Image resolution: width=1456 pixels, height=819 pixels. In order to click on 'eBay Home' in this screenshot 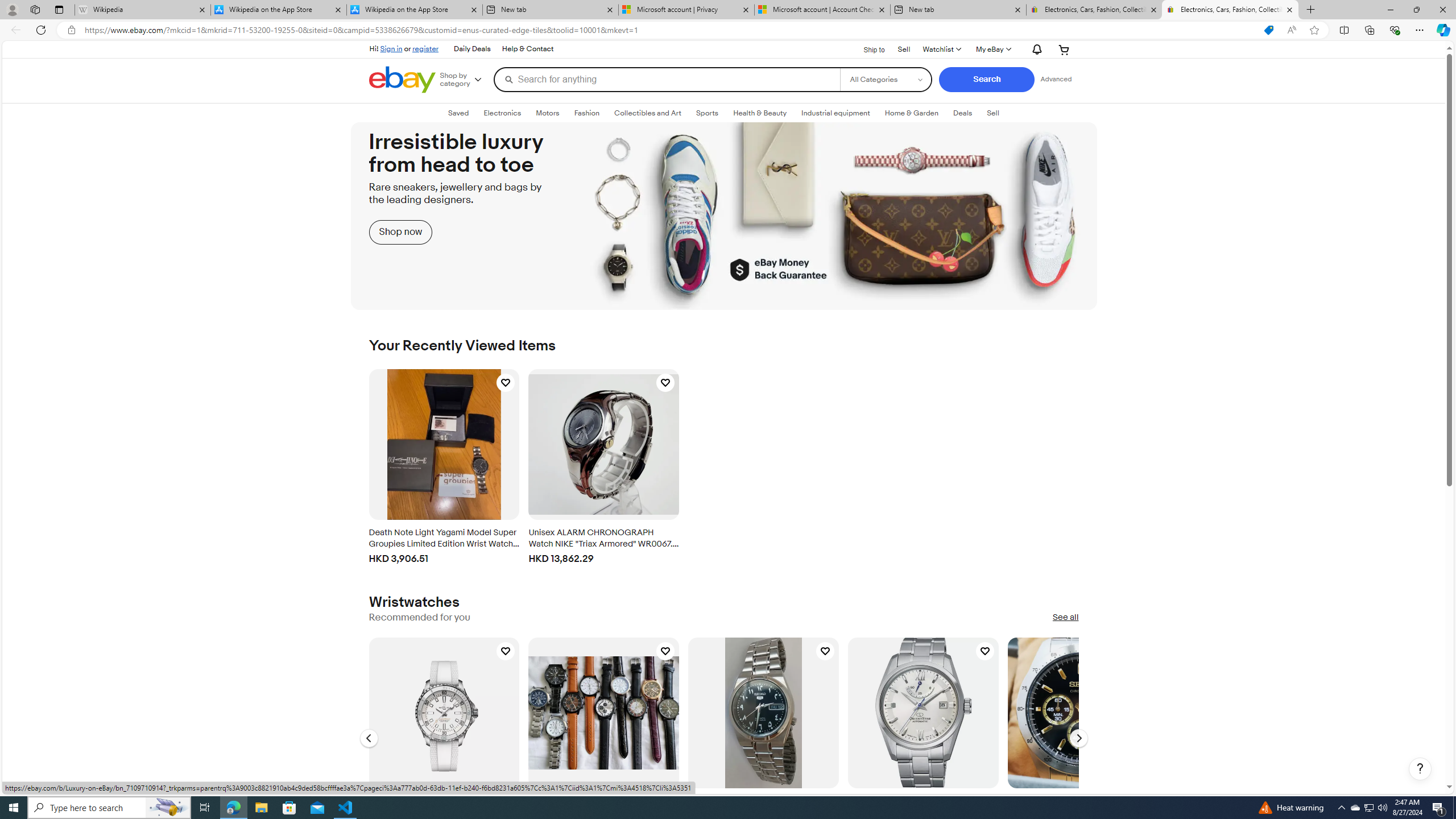, I will do `click(401, 79)`.